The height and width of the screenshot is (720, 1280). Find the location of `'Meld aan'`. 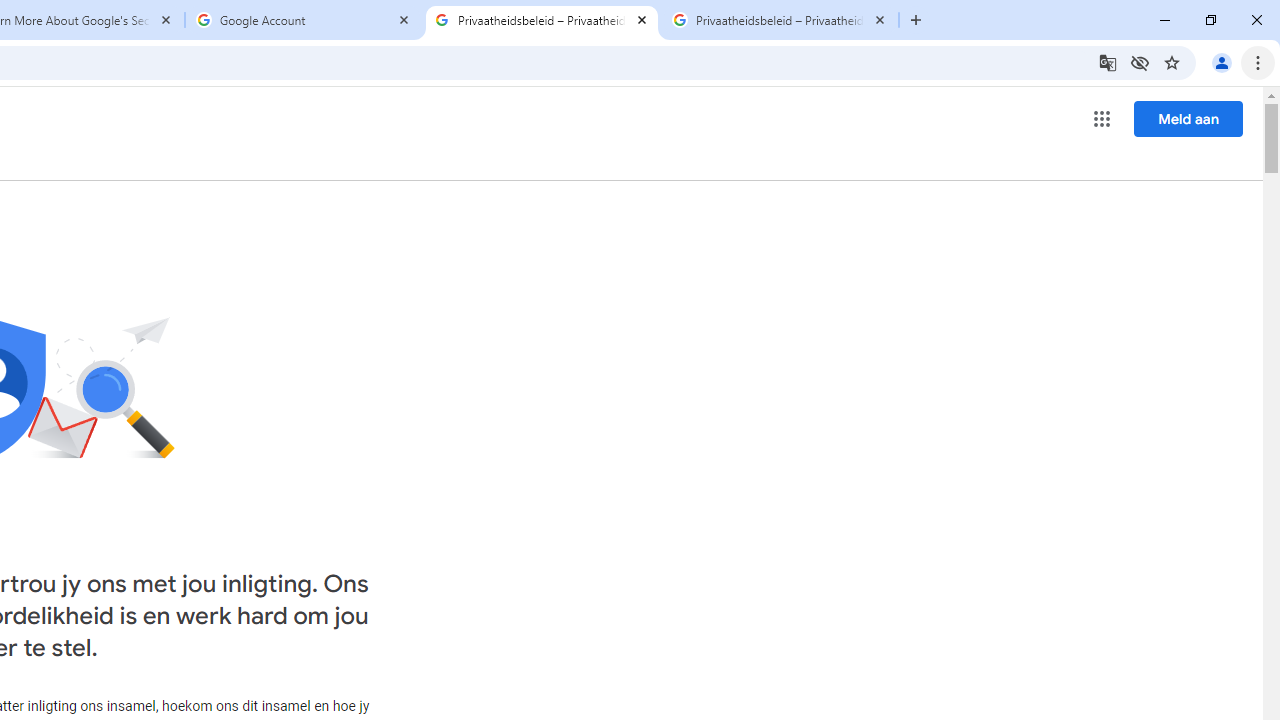

'Meld aan' is located at coordinates (1188, 118).